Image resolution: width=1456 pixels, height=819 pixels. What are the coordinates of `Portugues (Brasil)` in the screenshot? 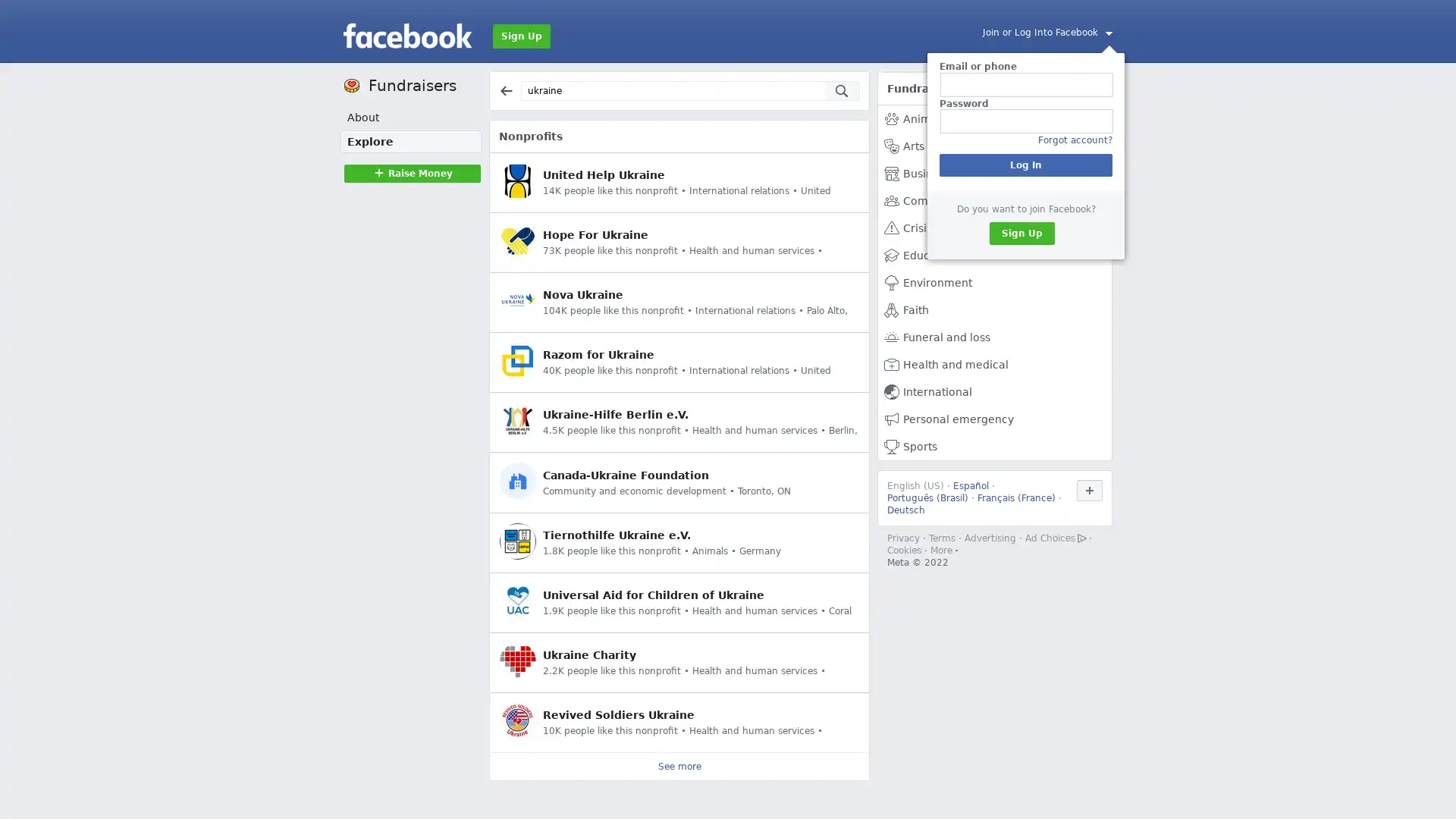 It's located at (927, 497).